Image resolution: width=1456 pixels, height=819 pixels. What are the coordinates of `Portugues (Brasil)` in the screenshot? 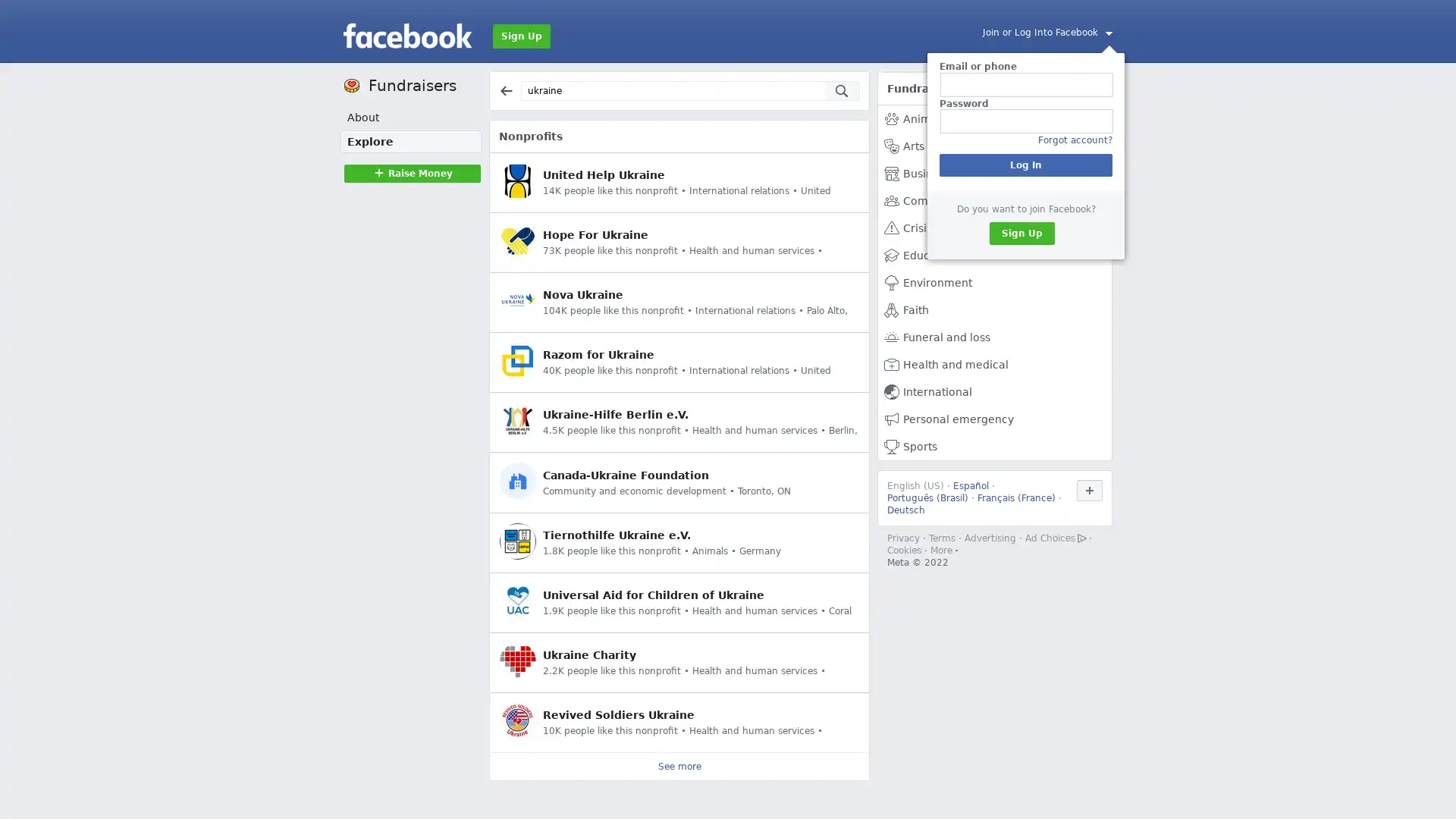 It's located at (927, 497).